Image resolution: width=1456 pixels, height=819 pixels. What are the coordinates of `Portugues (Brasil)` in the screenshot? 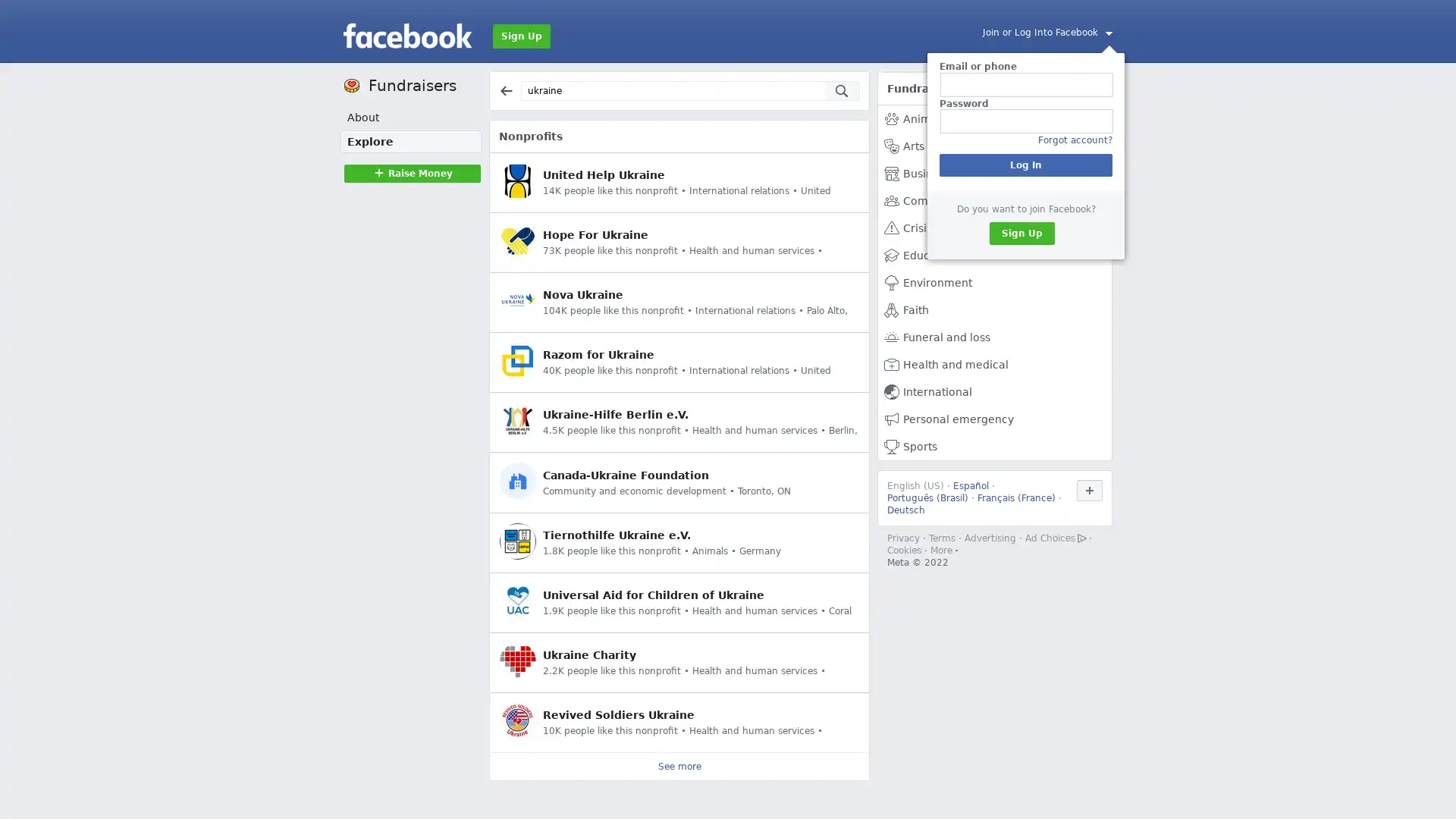 It's located at (927, 497).